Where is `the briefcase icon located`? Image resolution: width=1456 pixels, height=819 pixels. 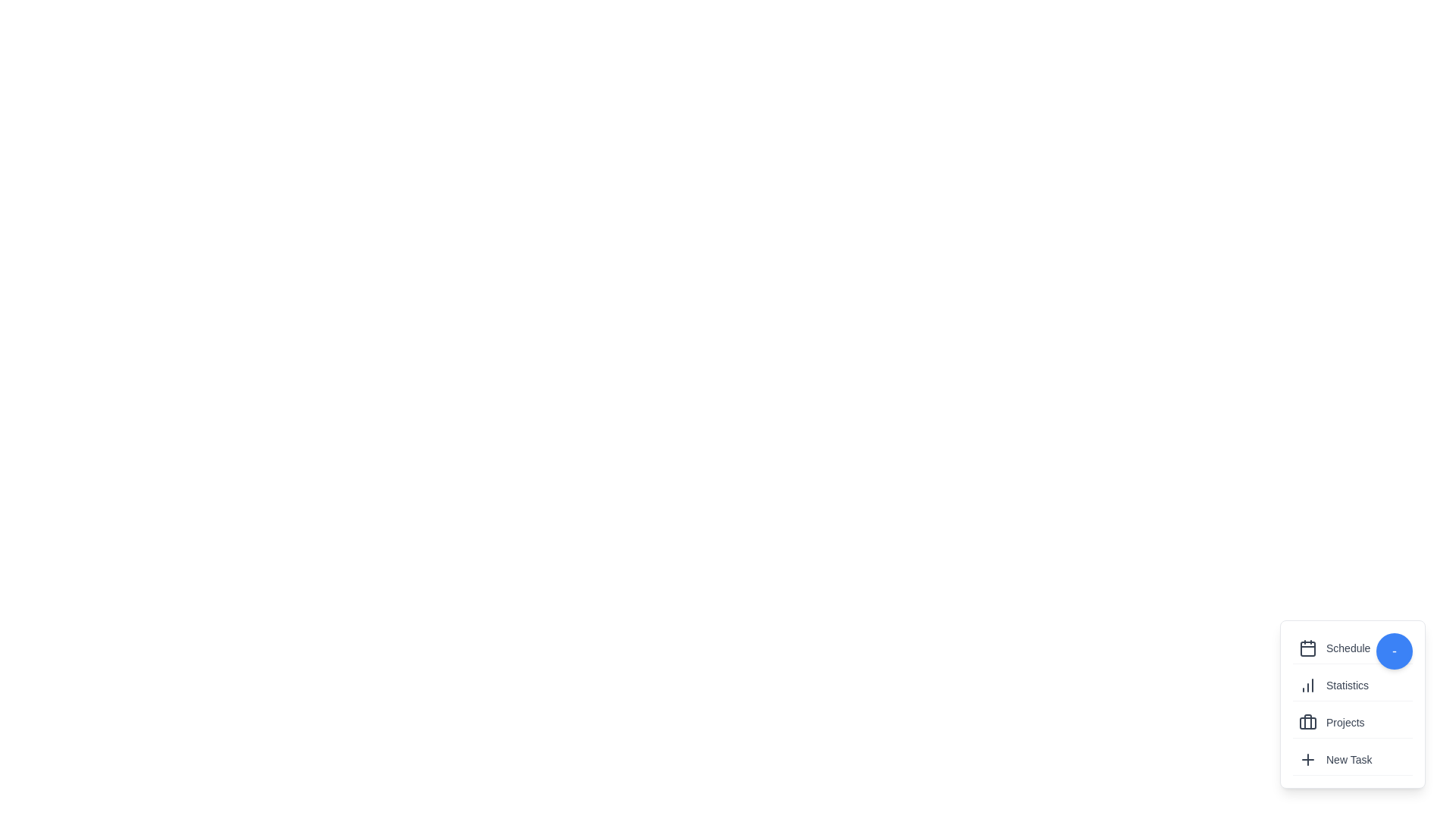
the briefcase icon located is located at coordinates (1307, 721).